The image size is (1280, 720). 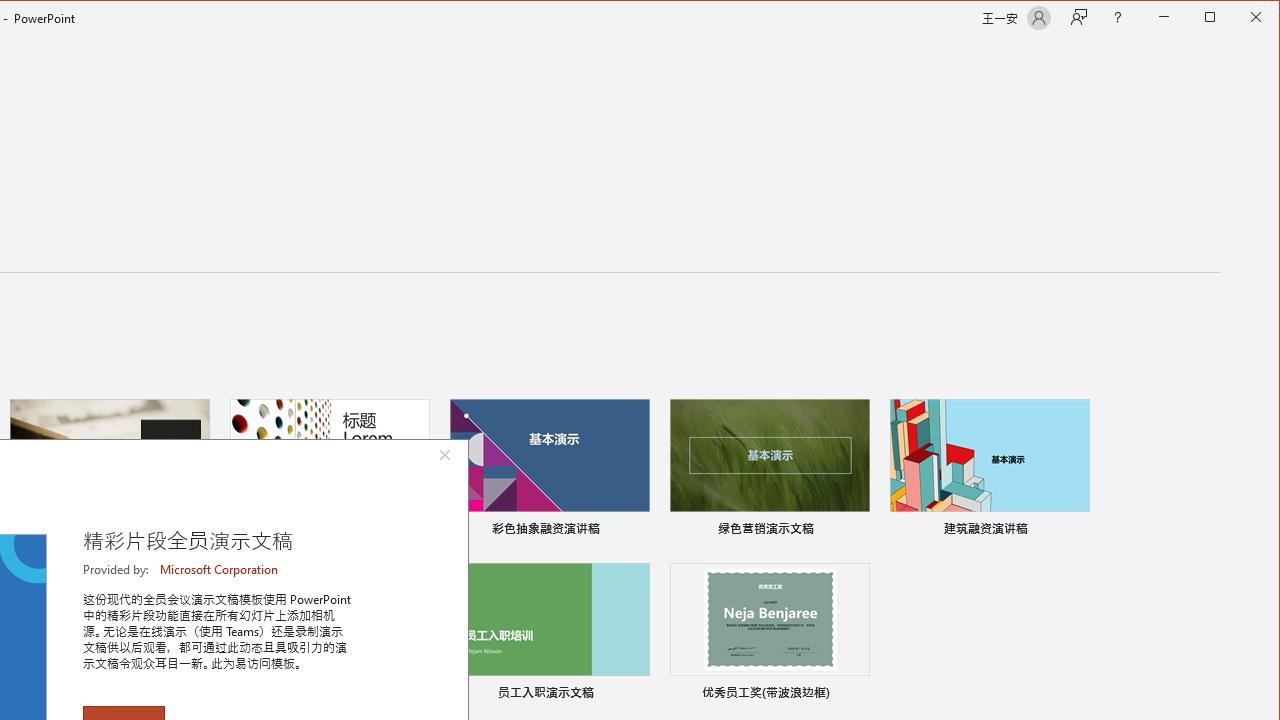 What do you see at coordinates (1238, 19) in the screenshot?
I see `'Maximize'` at bounding box center [1238, 19].